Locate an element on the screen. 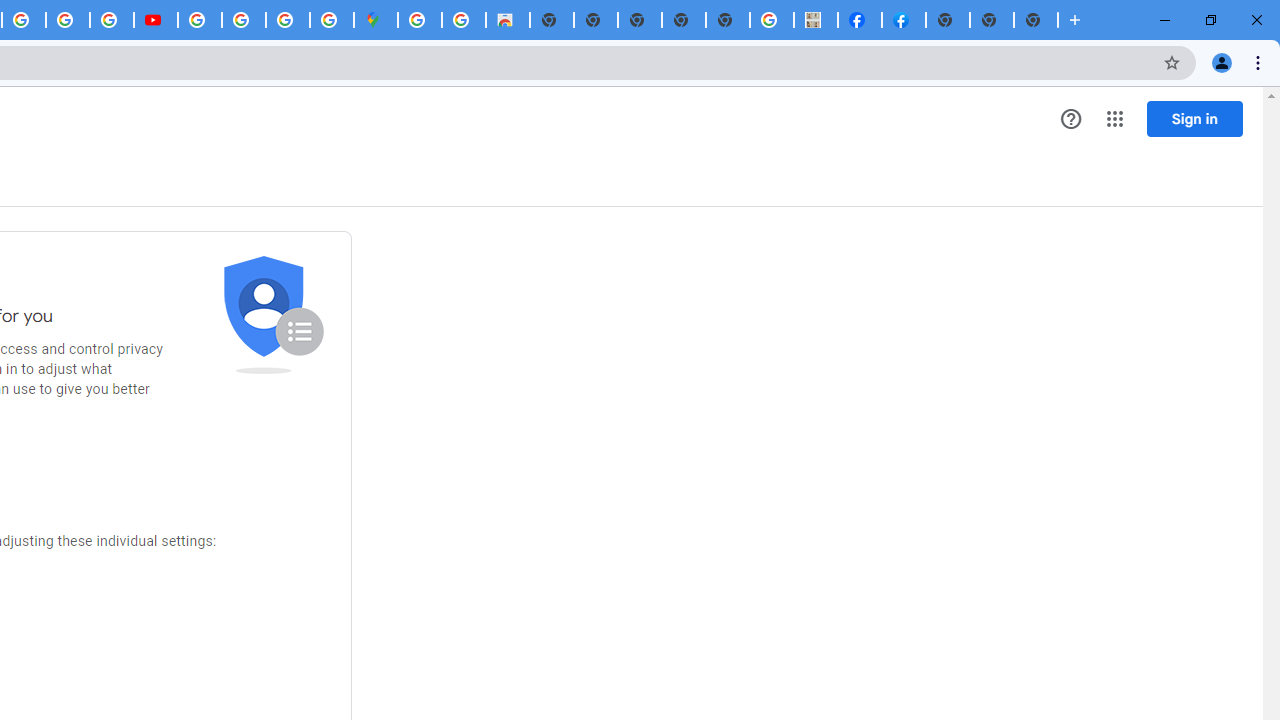  'Privacy Help Center - Policies Help' is located at coordinates (67, 20).